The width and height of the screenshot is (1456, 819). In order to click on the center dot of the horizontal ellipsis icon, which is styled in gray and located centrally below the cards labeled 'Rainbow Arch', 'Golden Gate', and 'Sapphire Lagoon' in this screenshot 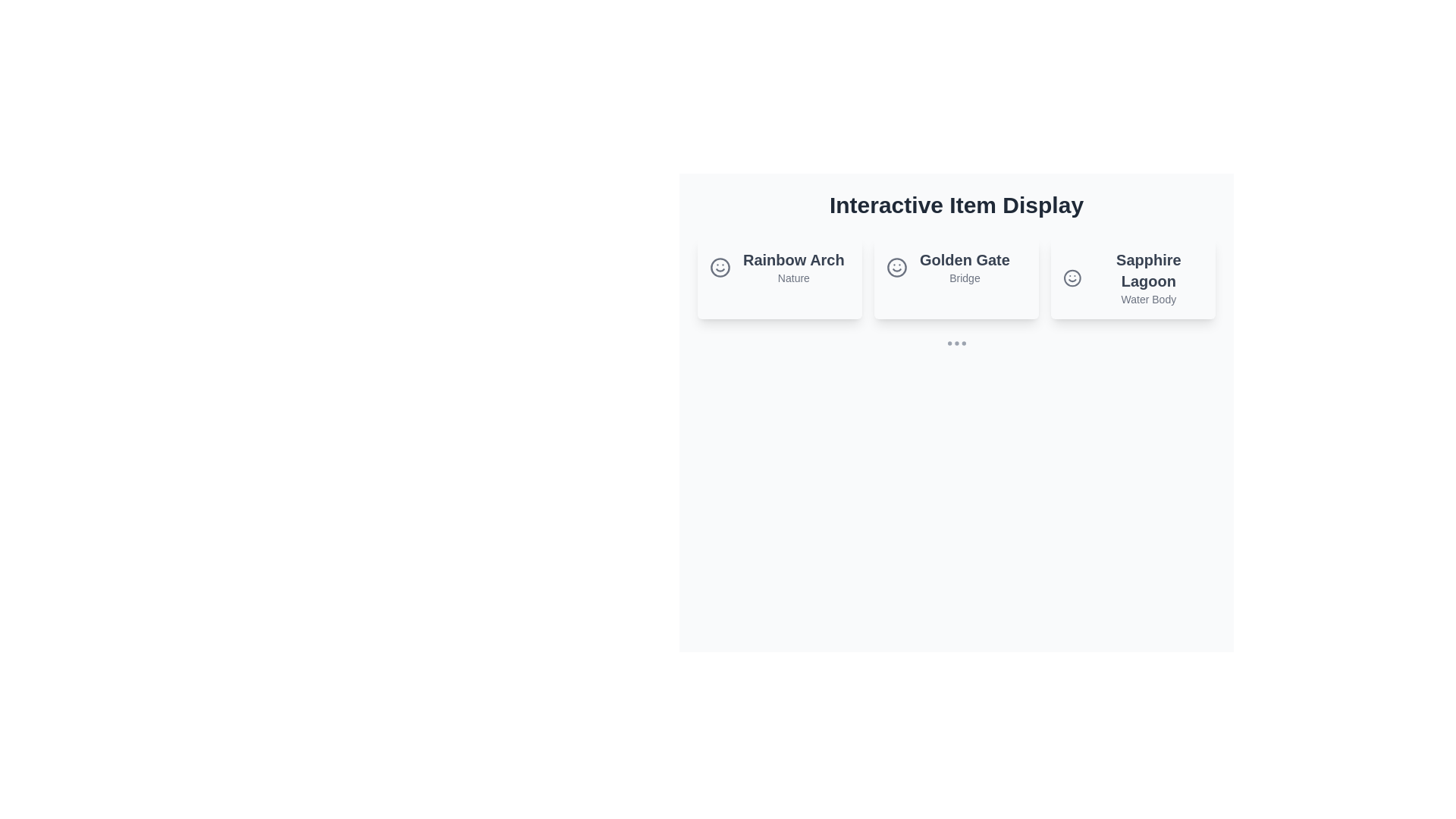, I will do `click(955, 343)`.